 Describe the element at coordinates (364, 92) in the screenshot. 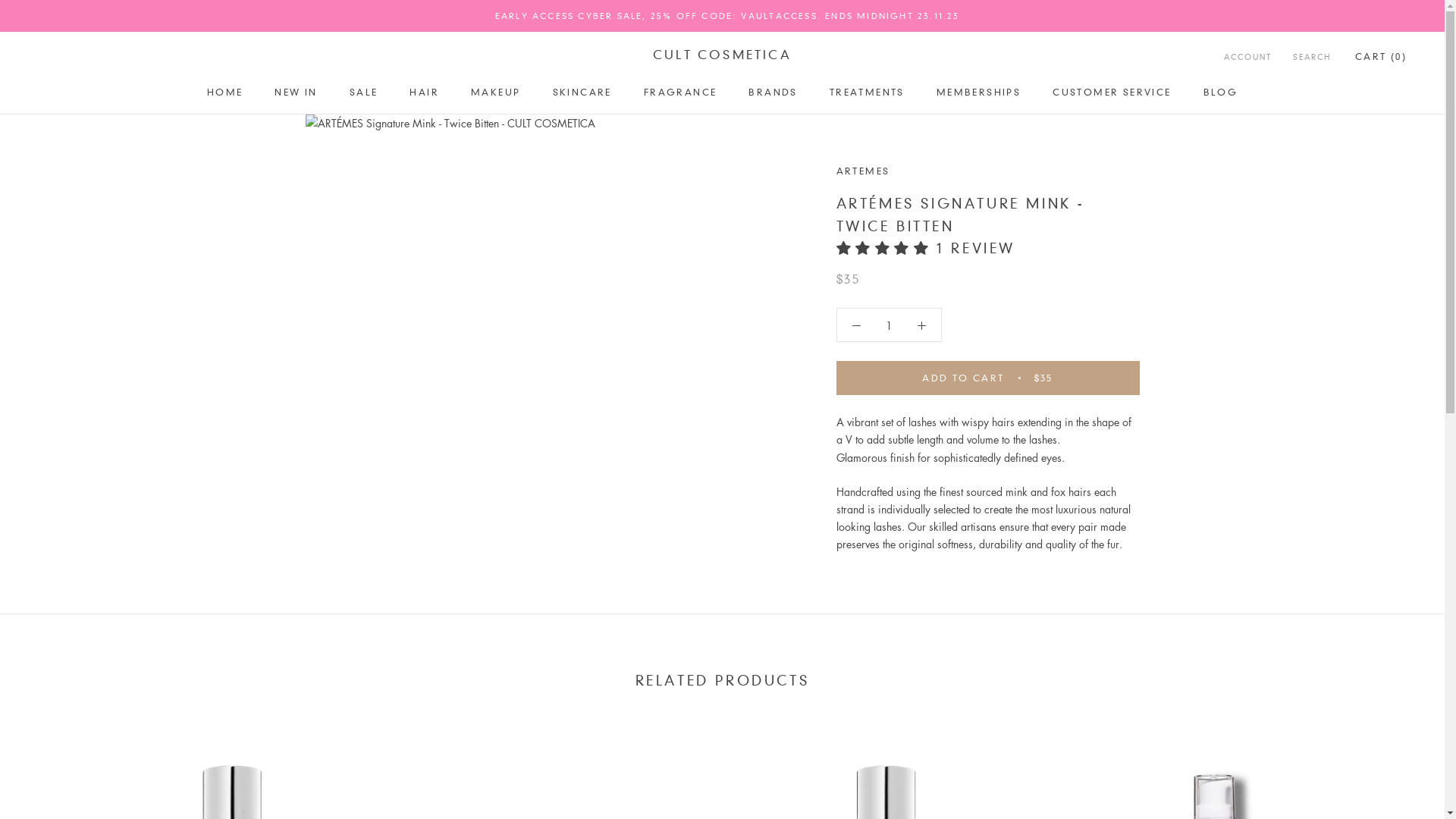

I see `'SALE` at that location.